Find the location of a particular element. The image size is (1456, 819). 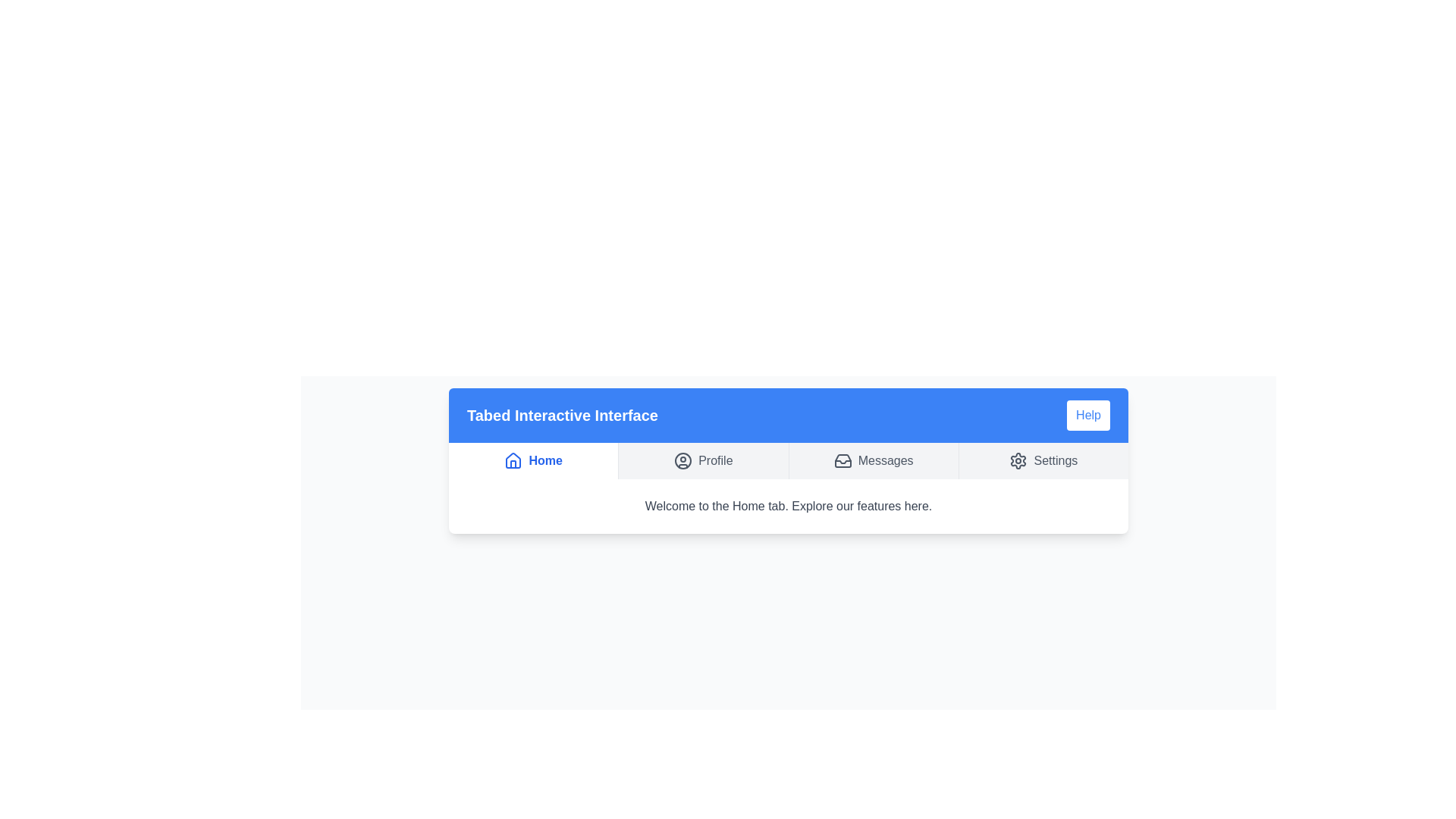

the 'Profile' icon in the navigation bar is located at coordinates (682, 460).